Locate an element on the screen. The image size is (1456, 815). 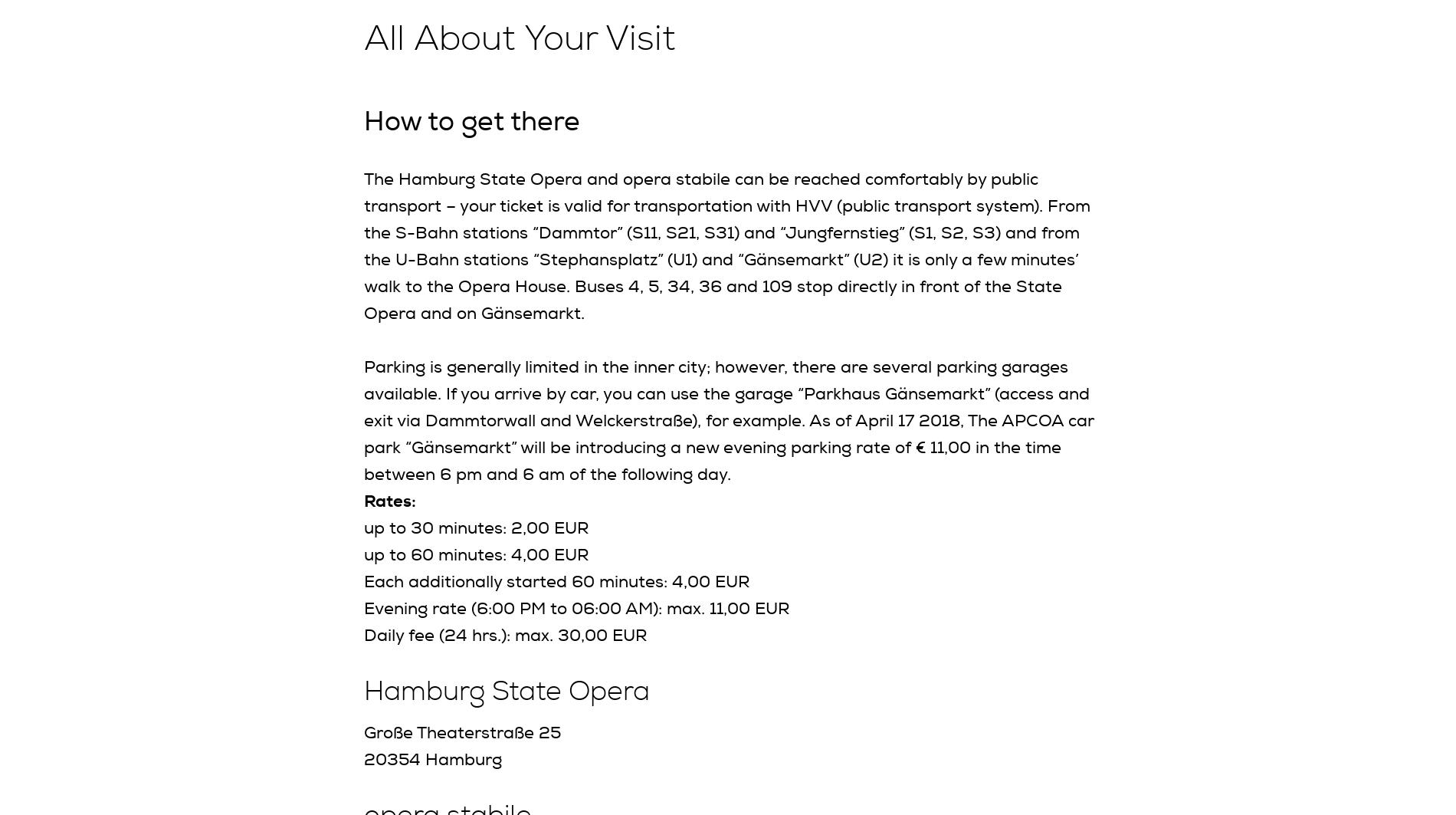
'Große Theaterstraße 25' is located at coordinates (462, 731).